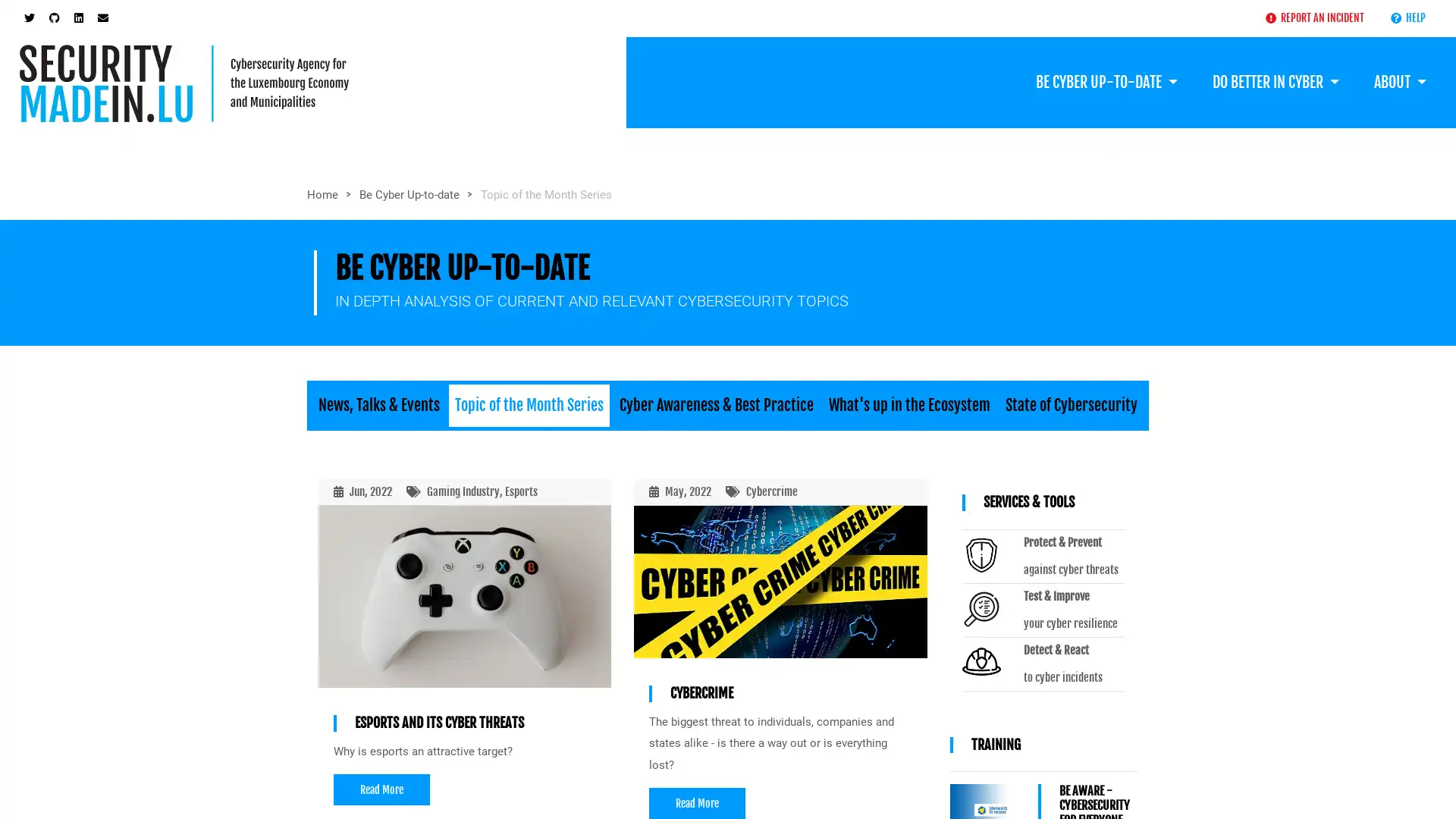 The height and width of the screenshot is (819, 1456). I want to click on ABOUT, so click(1399, 82).